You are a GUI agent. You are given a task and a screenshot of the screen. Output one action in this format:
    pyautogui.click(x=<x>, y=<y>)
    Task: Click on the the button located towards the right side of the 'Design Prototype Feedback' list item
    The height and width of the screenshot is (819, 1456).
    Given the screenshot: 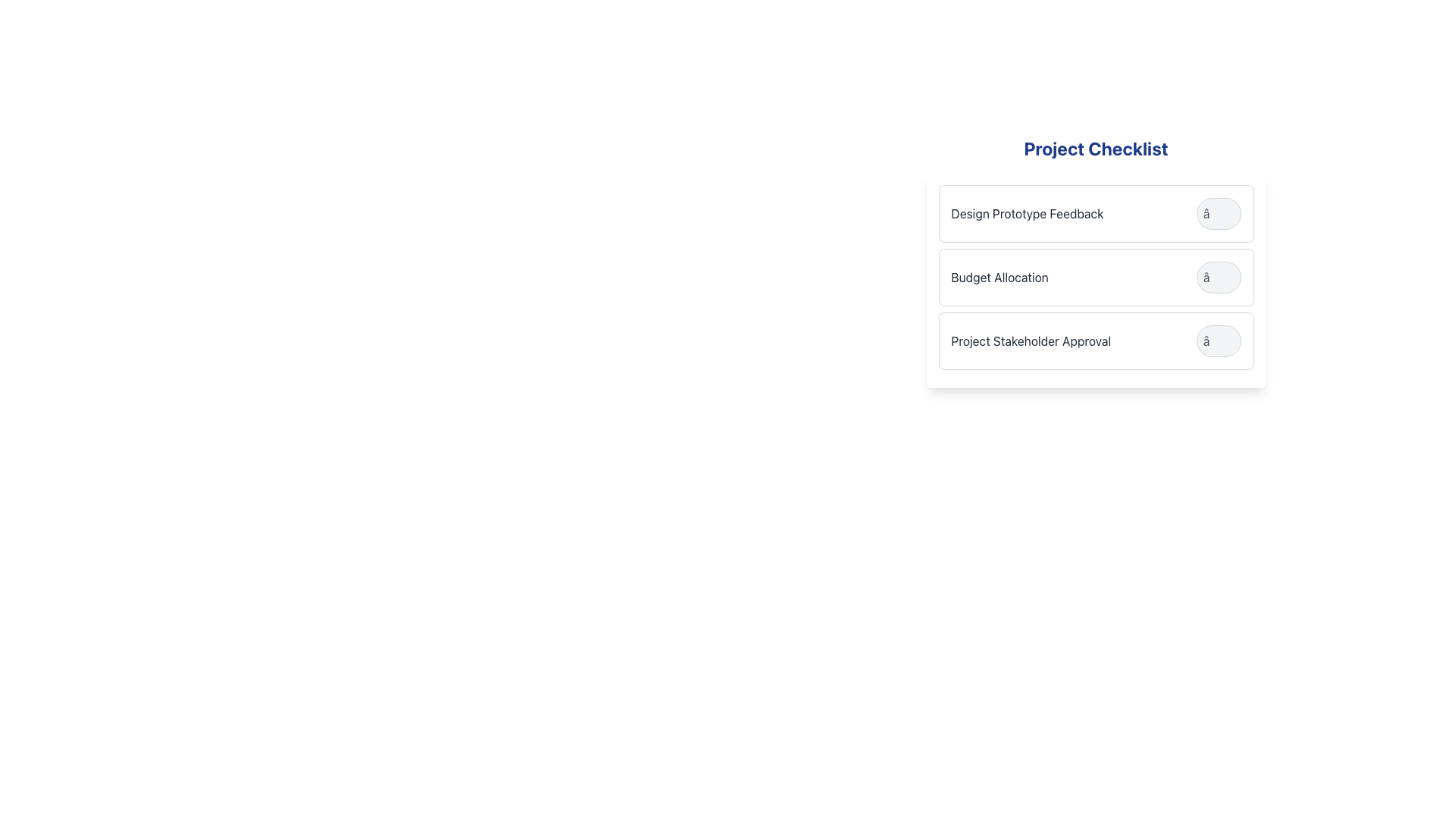 What is the action you would take?
    pyautogui.click(x=1219, y=213)
    